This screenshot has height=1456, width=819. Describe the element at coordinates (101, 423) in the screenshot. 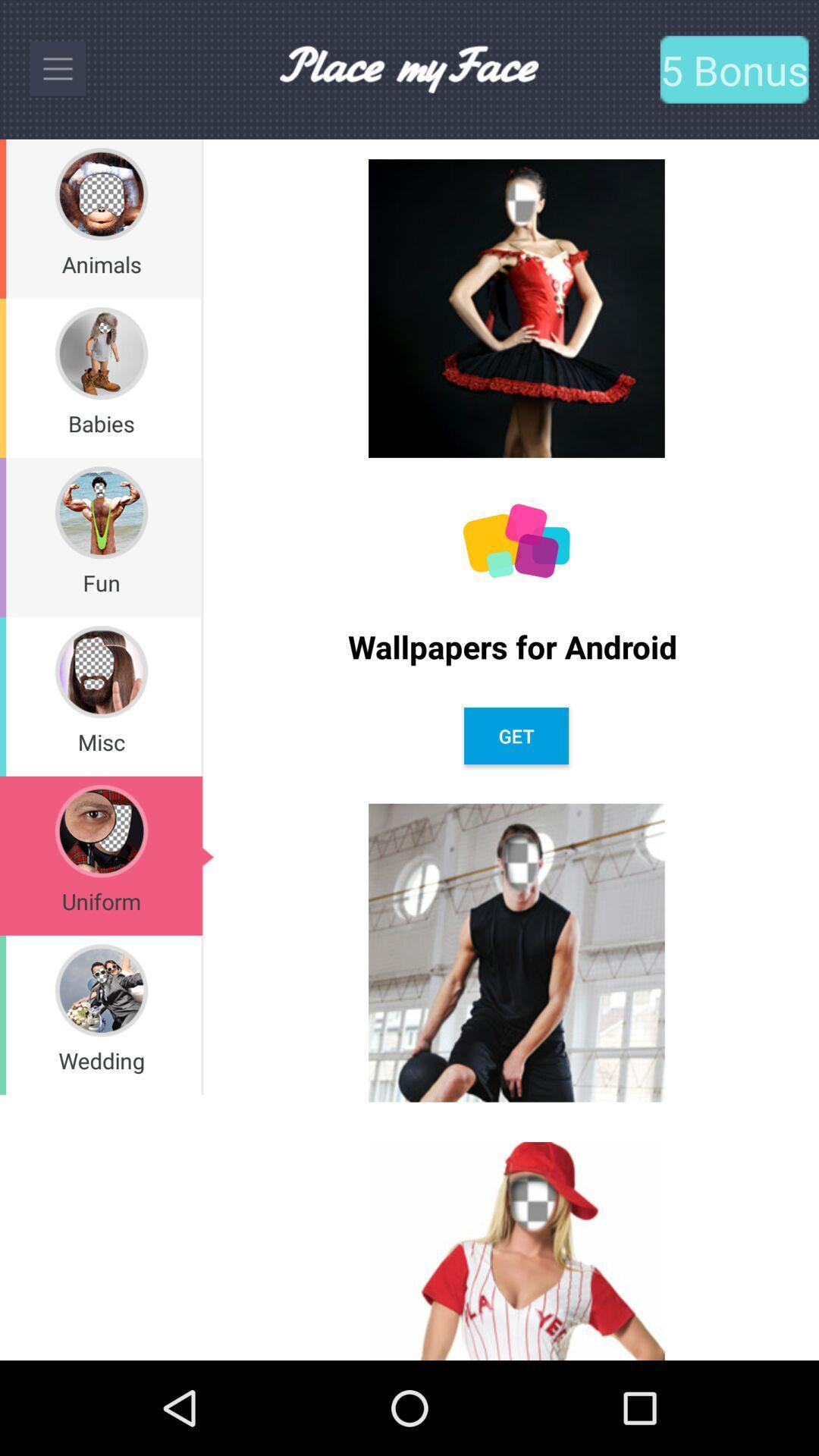

I see `babies icon` at that location.